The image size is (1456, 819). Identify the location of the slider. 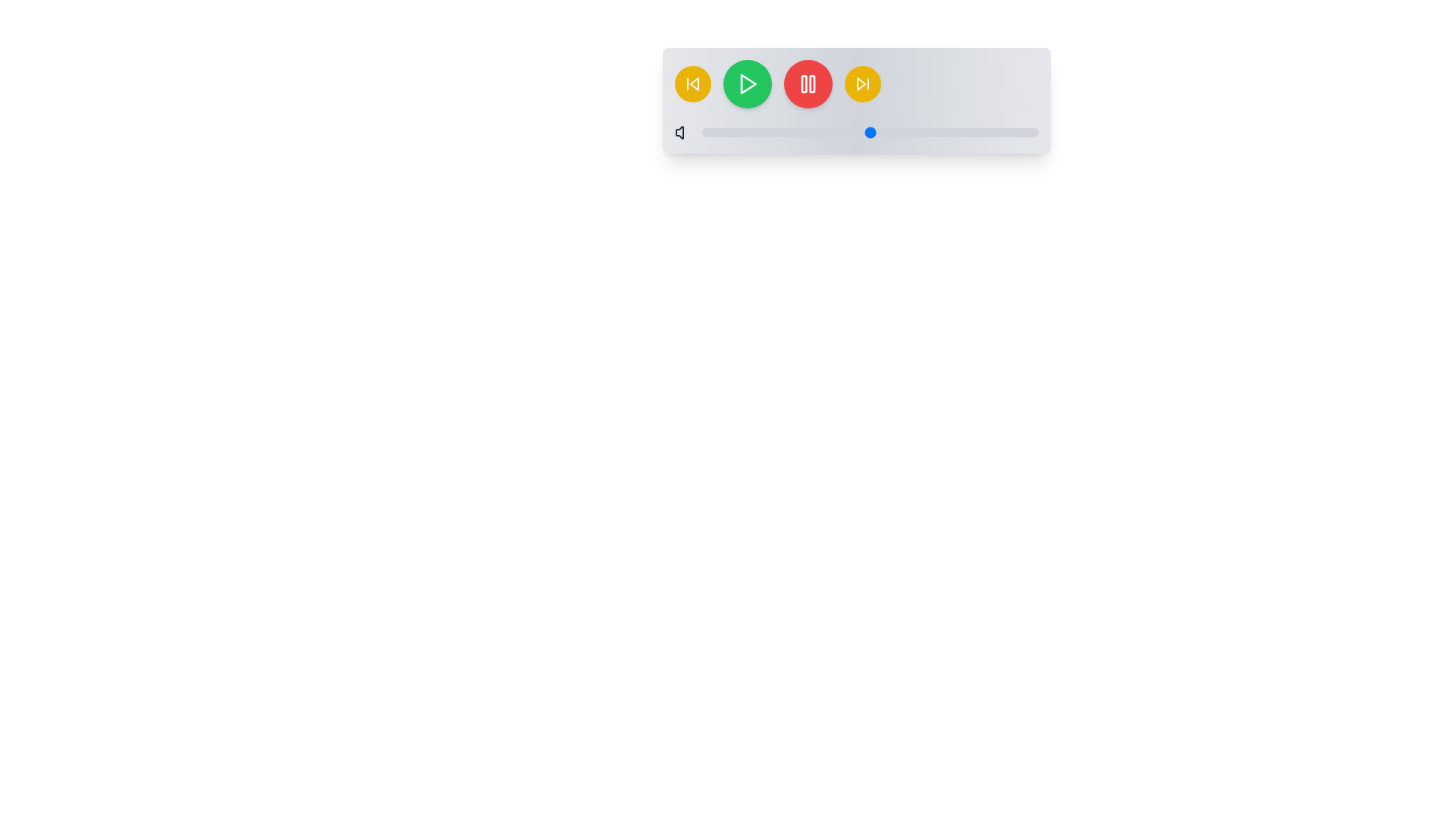
(991, 131).